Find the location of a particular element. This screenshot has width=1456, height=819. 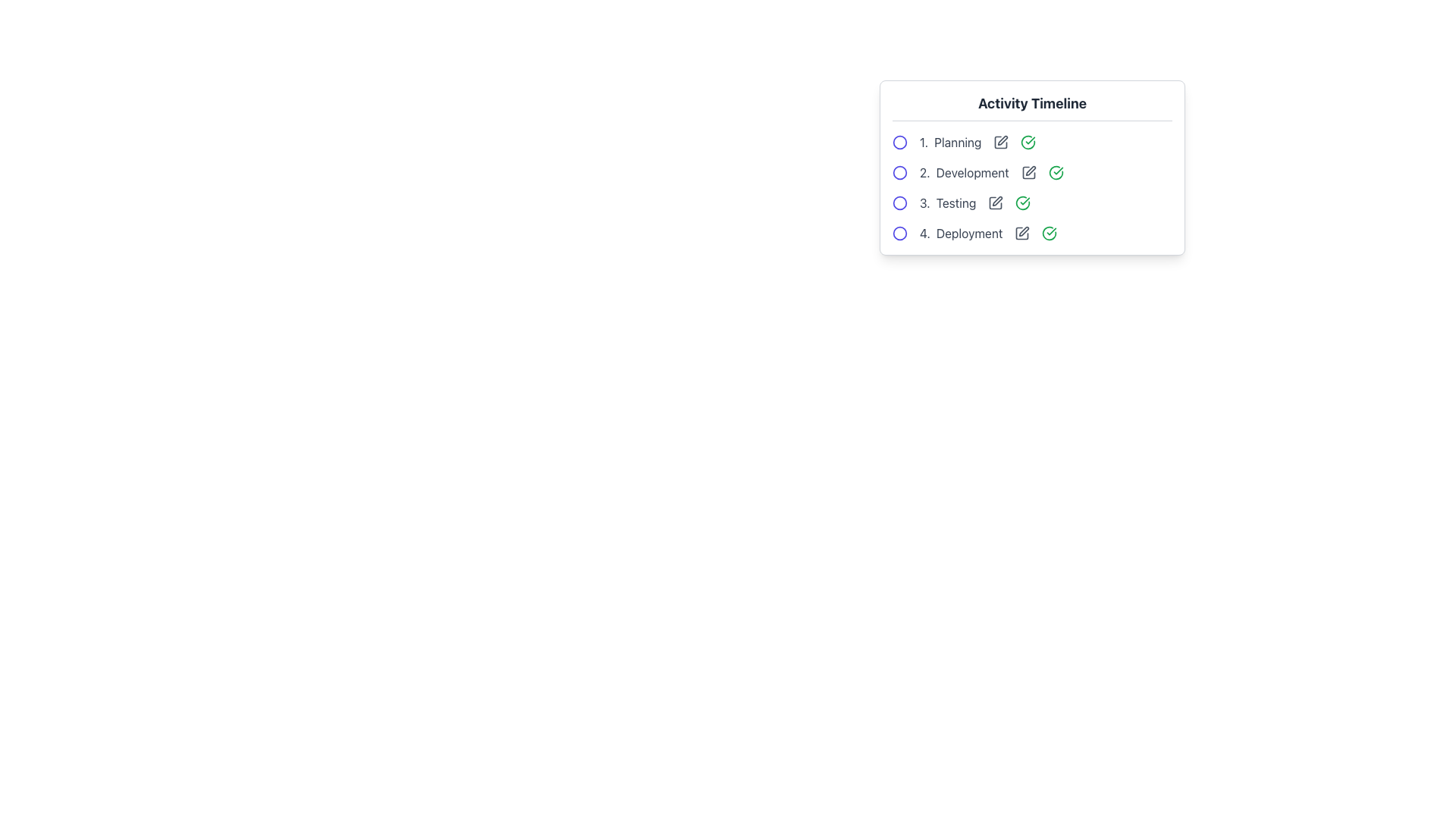

the edit icon located immediately to the right of the task label '3. Testing' in the 'Activity Timeline' section is located at coordinates (997, 200).